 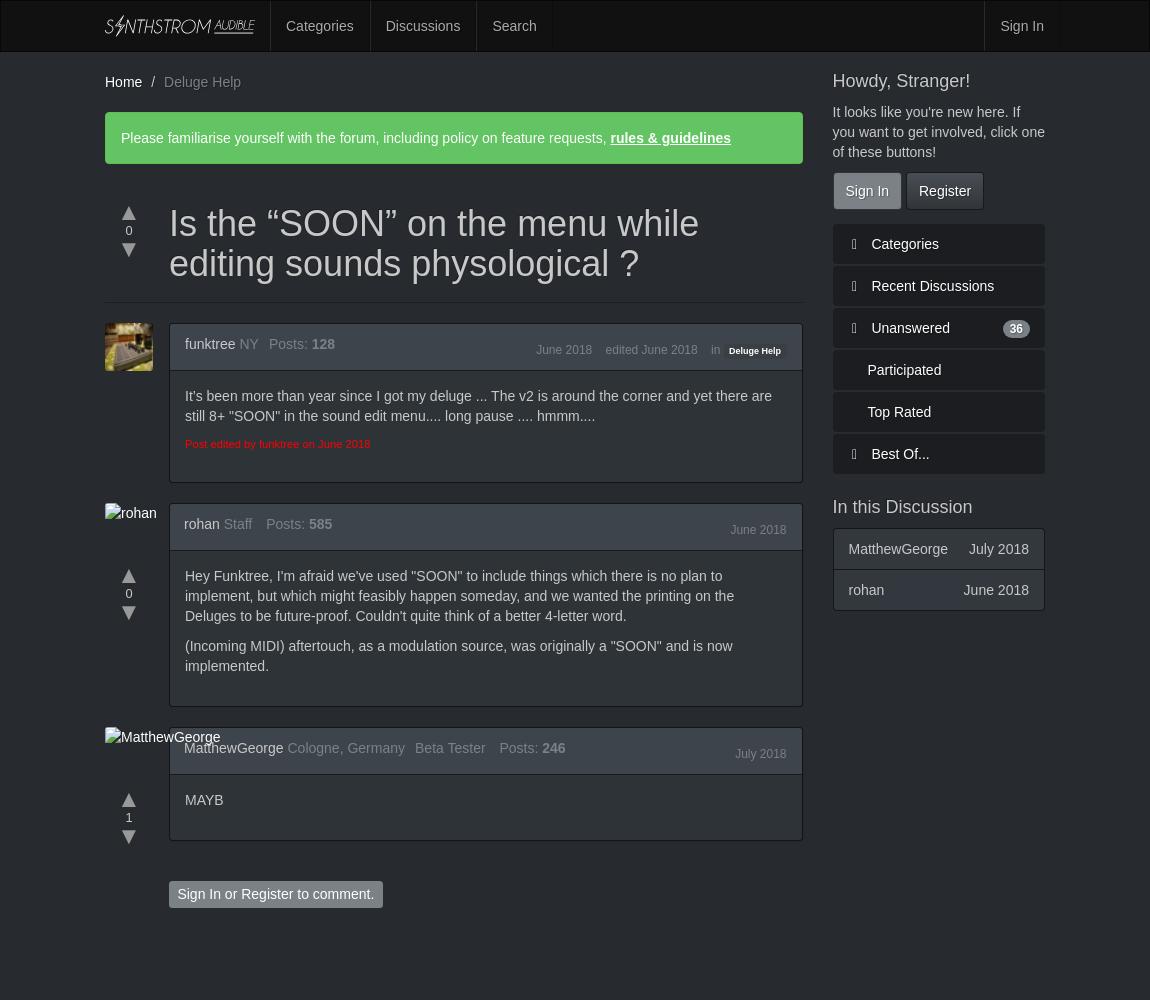 What do you see at coordinates (323, 343) in the screenshot?
I see `'128'` at bounding box center [323, 343].